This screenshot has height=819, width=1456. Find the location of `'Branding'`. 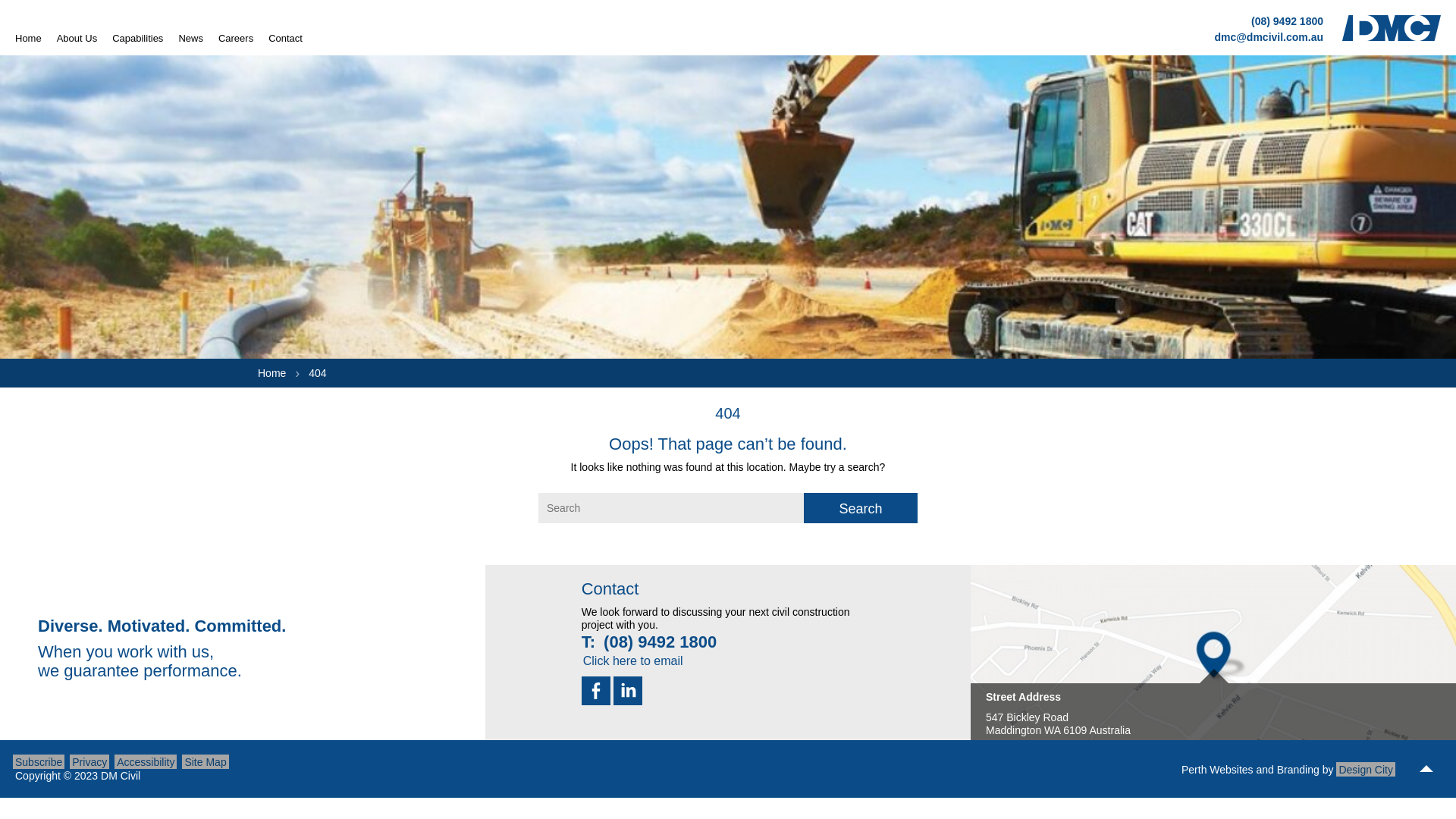

'Branding' is located at coordinates (1298, 769).